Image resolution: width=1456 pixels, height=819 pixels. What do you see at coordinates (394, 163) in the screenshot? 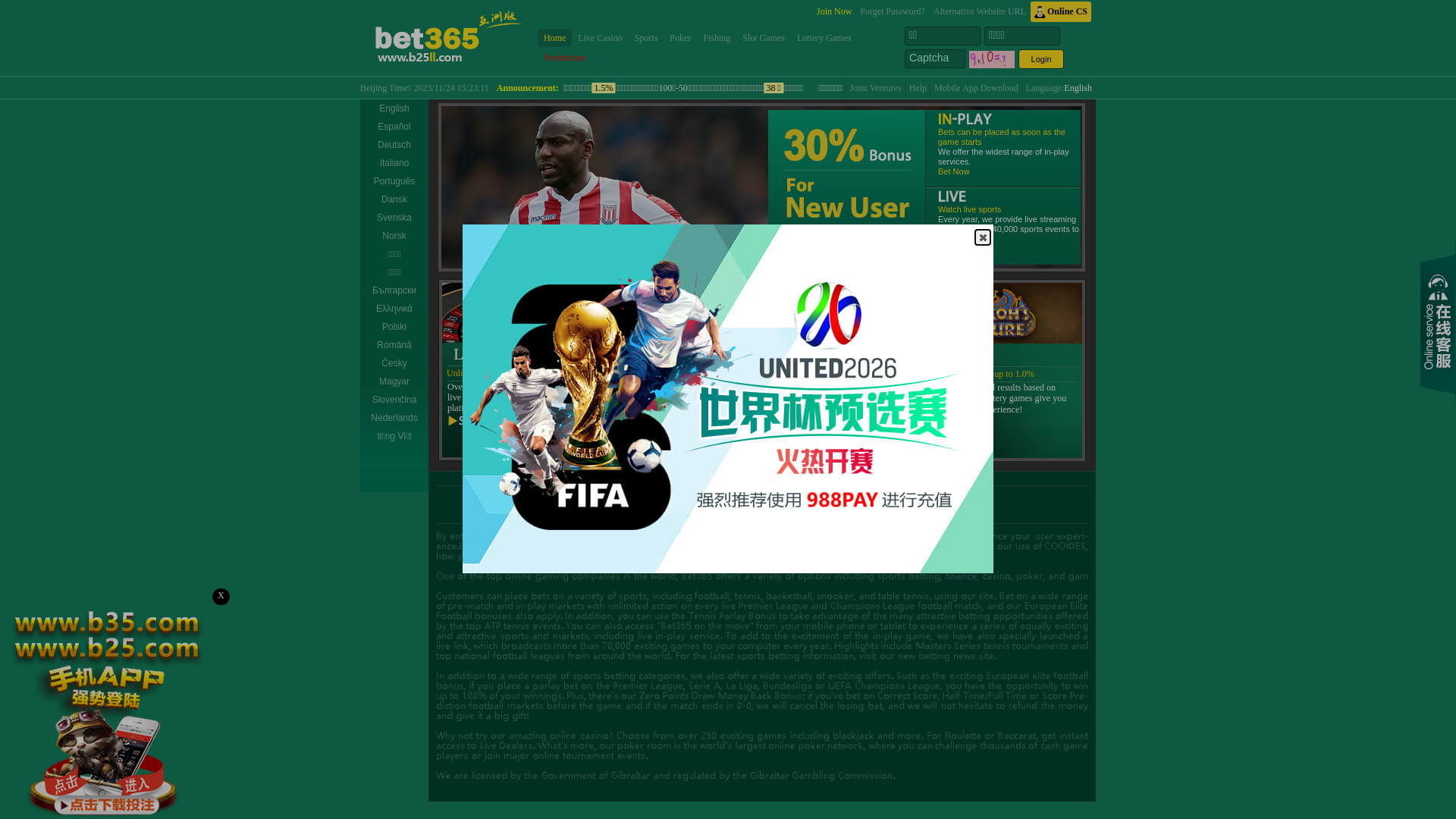
I see `'Italiano'` at bounding box center [394, 163].